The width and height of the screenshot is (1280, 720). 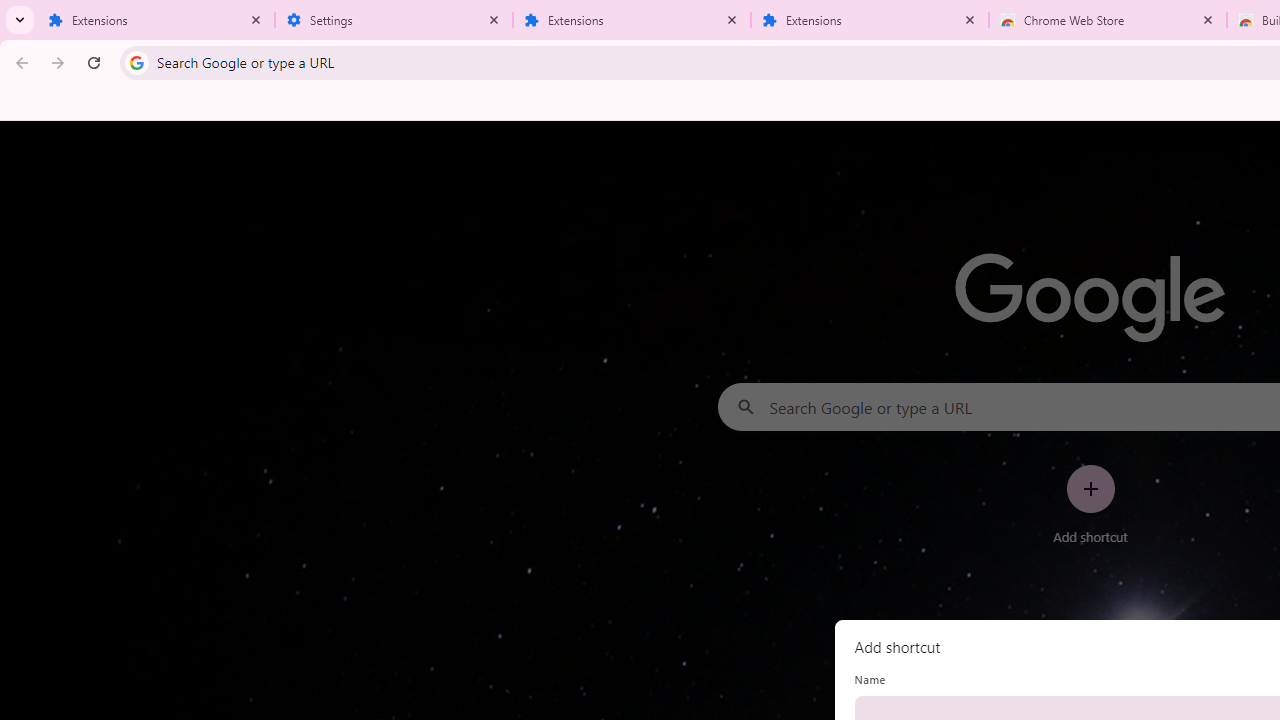 What do you see at coordinates (394, 20) in the screenshot?
I see `'Settings'` at bounding box center [394, 20].